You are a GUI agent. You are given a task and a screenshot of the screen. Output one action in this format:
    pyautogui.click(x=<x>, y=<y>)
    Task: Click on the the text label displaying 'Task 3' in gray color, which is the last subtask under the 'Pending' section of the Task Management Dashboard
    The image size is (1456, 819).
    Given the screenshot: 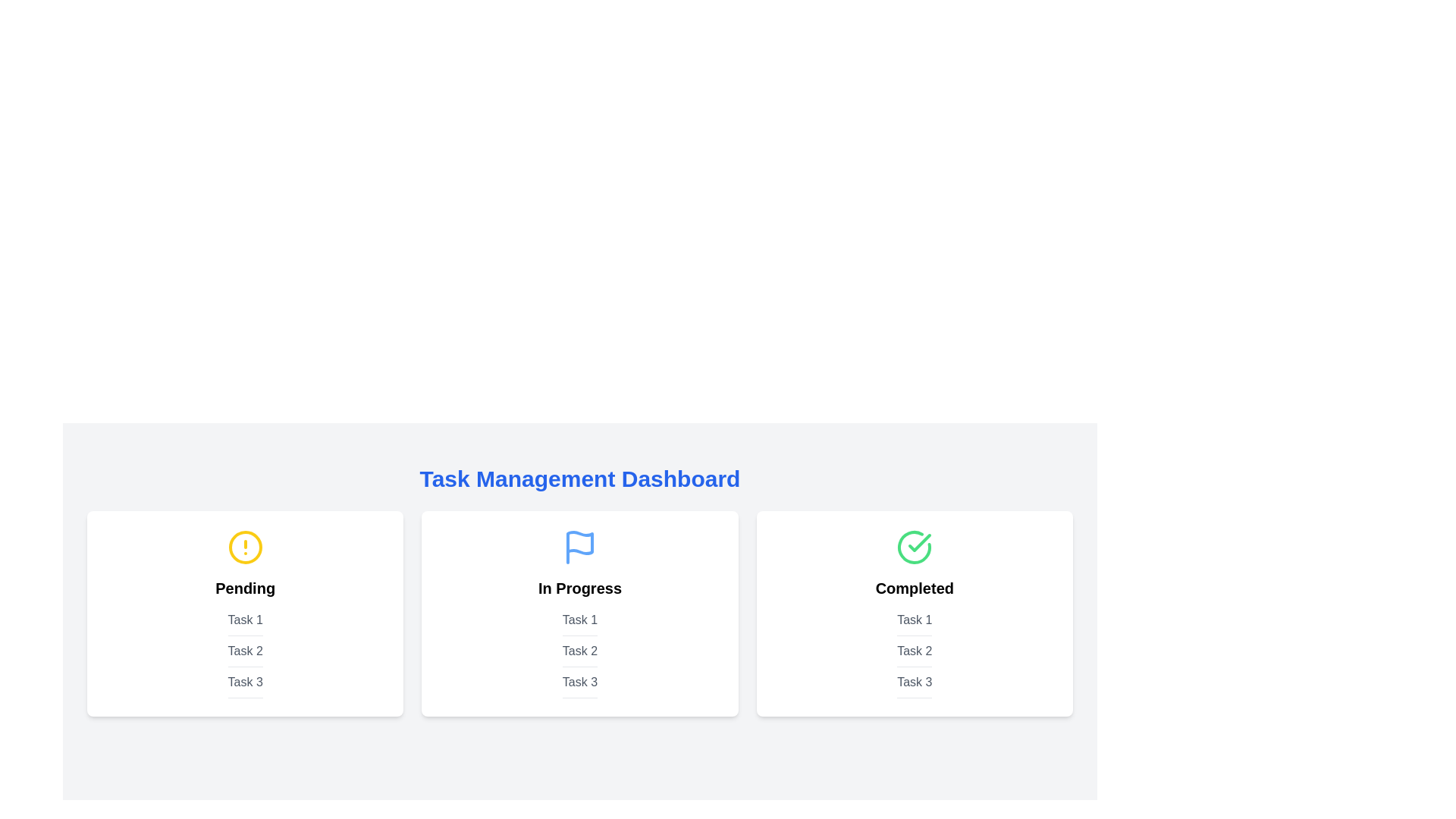 What is the action you would take?
    pyautogui.click(x=245, y=686)
    